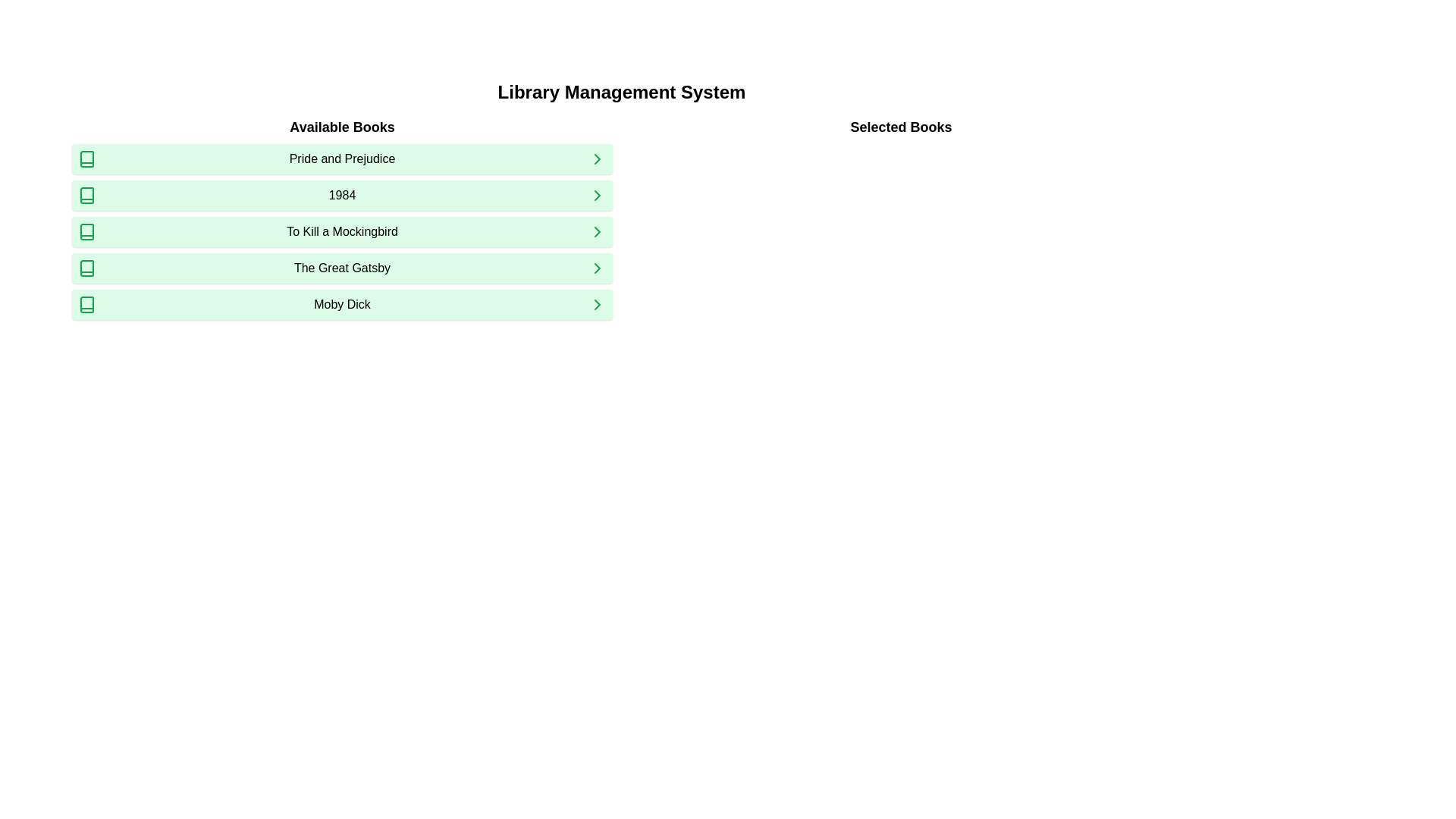 The image size is (1456, 819). Describe the element at coordinates (341, 218) in the screenshot. I see `the Text header that serves as a descriptive label for the list of books in the Library Management System` at that location.